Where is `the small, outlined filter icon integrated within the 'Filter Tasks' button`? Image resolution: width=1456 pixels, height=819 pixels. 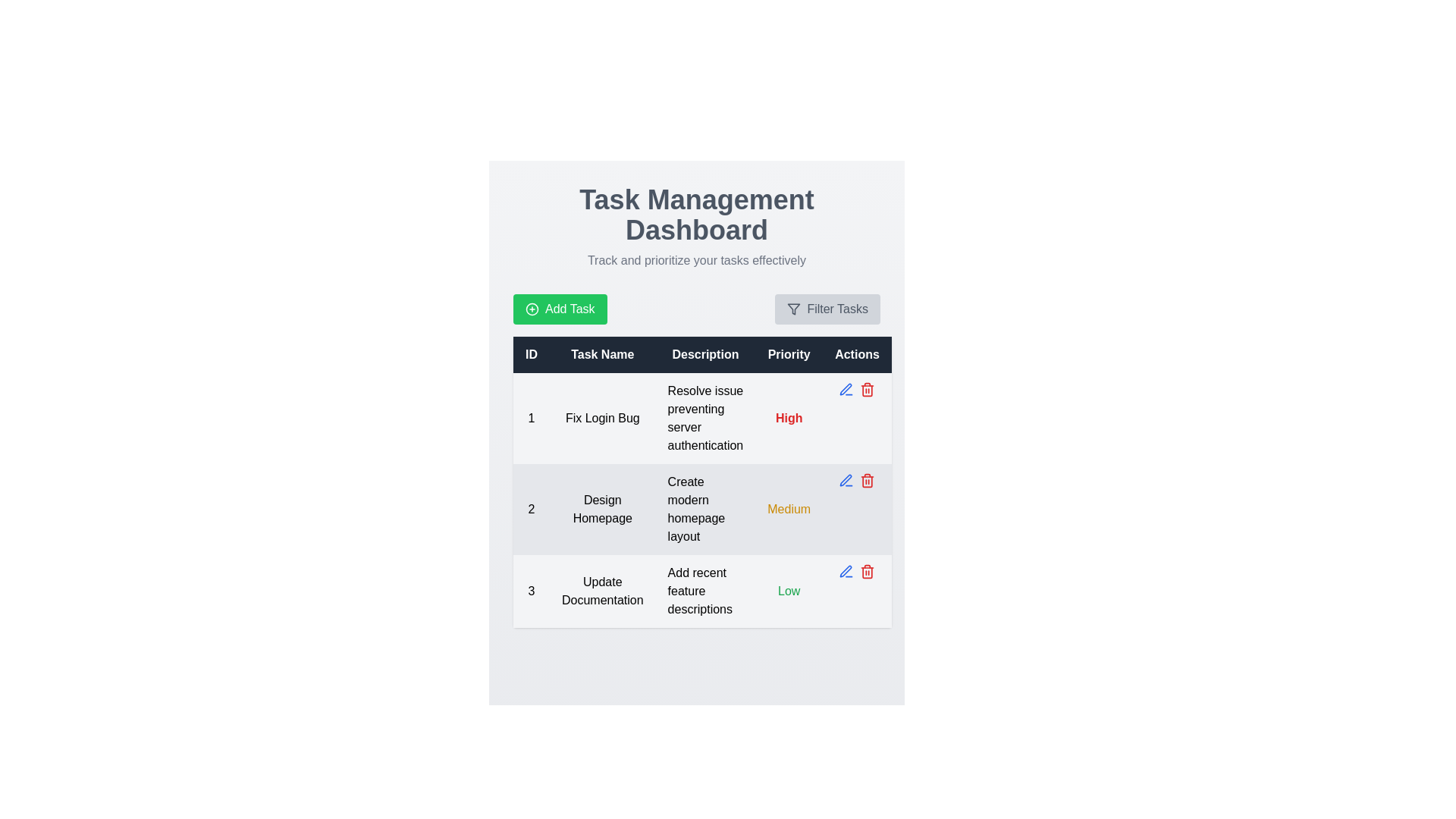
the small, outlined filter icon integrated within the 'Filter Tasks' button is located at coordinates (793, 309).